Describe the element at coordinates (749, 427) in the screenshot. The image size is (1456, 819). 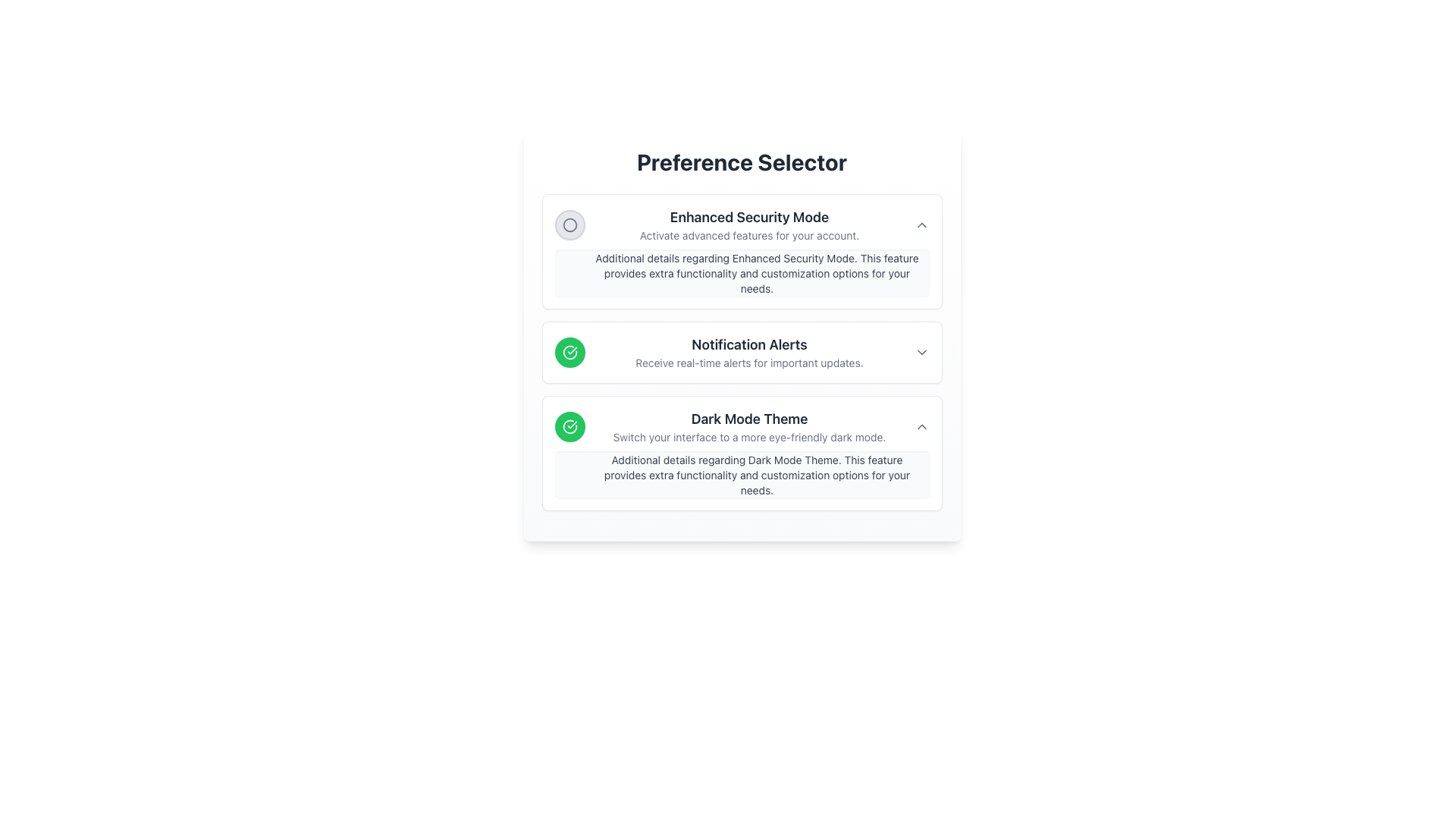
I see `text informing the user about the Dark Mode feature, located under the 'Notification Alerts' section in the main preference selection interface` at that location.